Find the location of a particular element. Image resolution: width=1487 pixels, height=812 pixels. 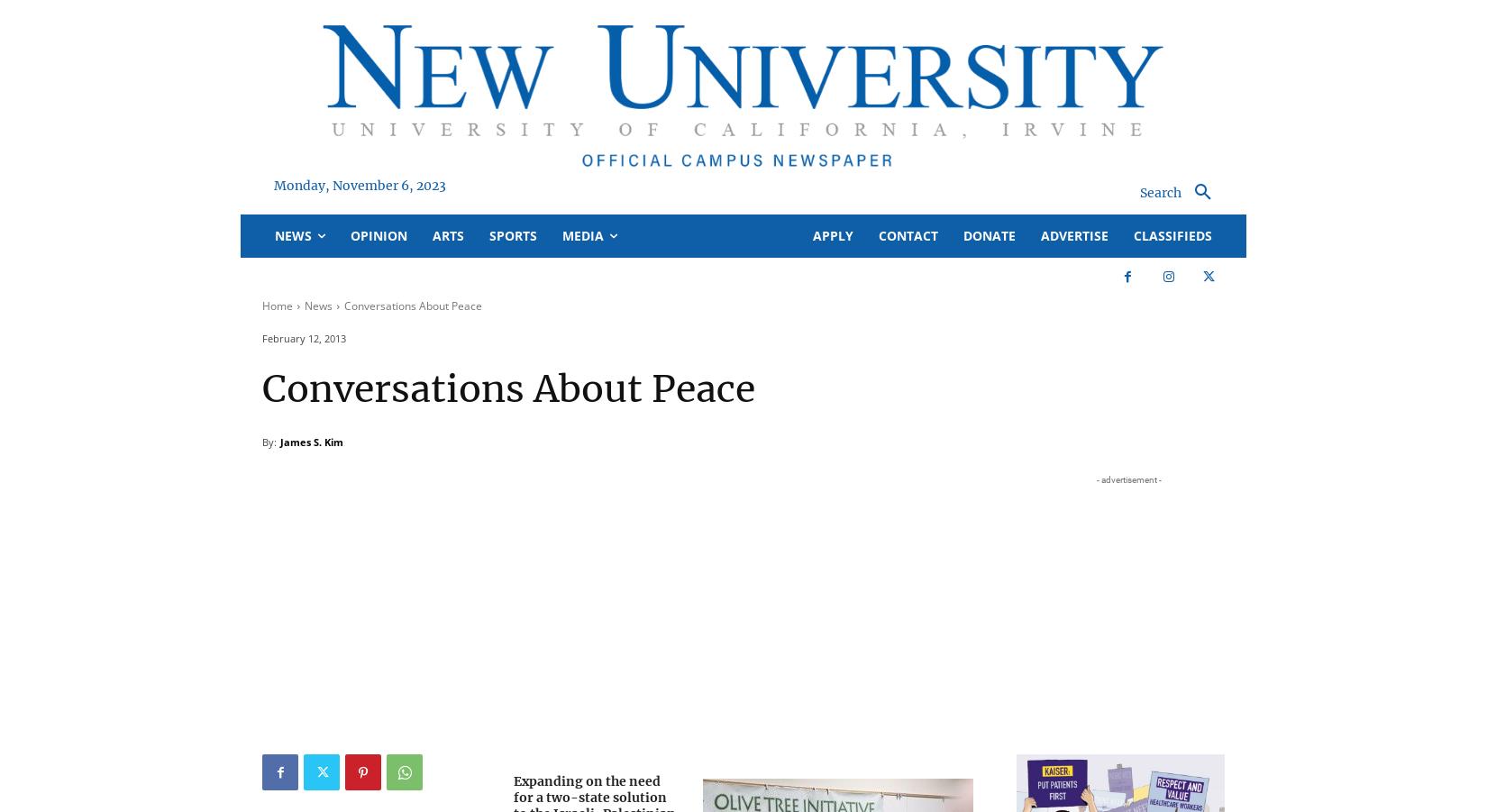

'Arts' is located at coordinates (447, 234).